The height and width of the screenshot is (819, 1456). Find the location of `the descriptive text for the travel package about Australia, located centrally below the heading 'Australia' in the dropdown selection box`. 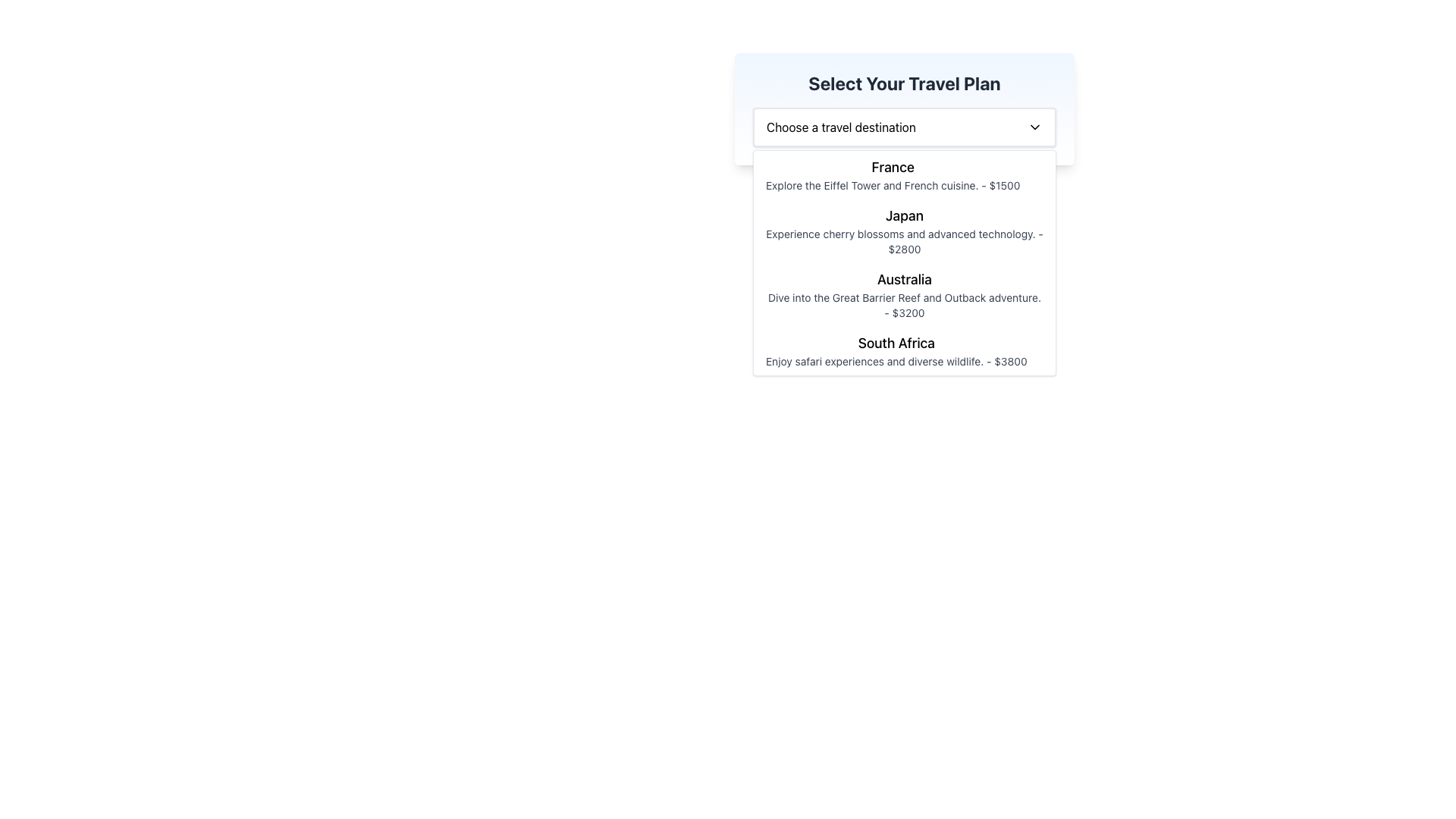

the descriptive text for the travel package about Australia, located centrally below the heading 'Australia' in the dropdown selection box is located at coordinates (905, 305).